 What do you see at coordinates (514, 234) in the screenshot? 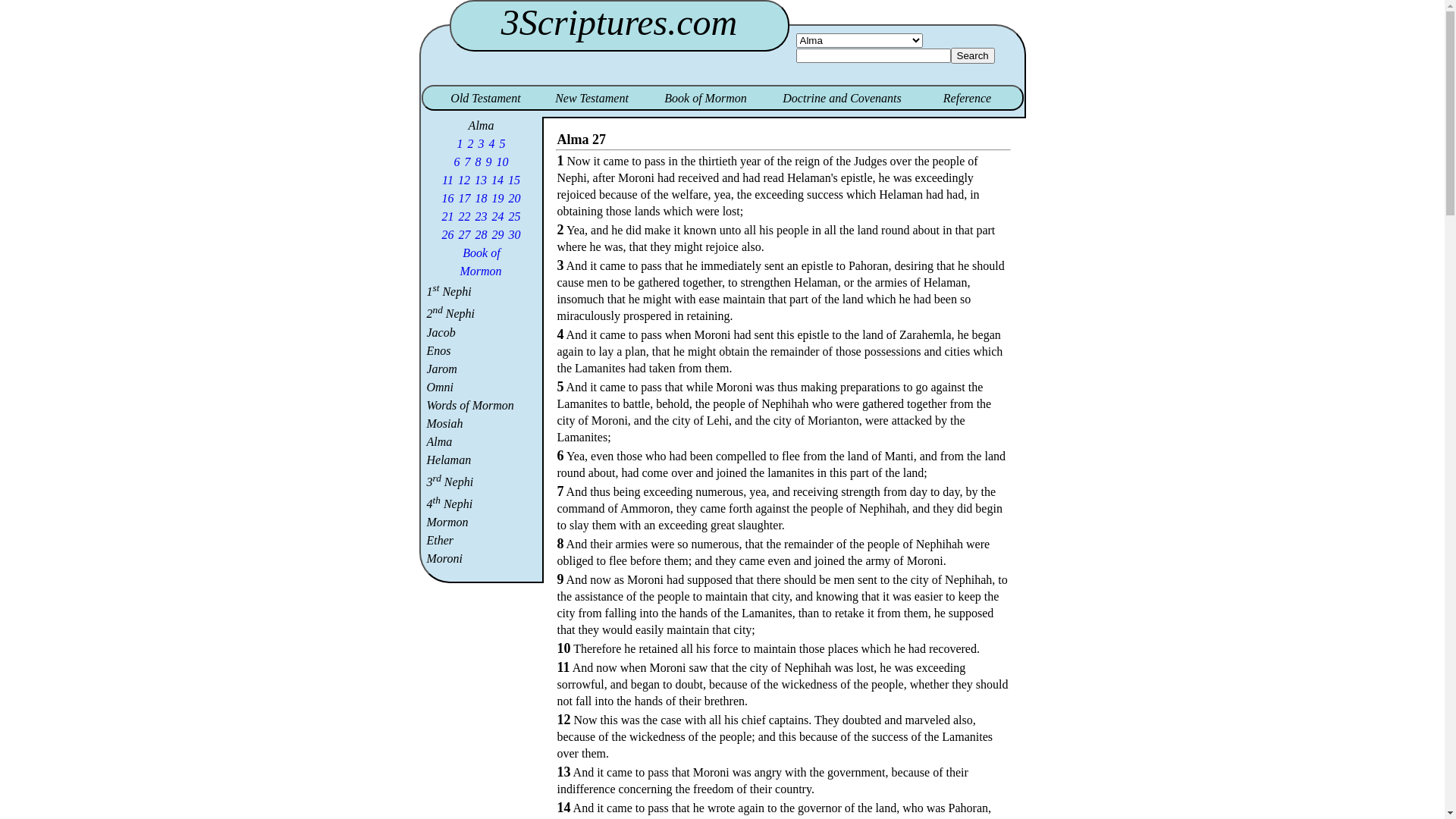
I see `'30'` at bounding box center [514, 234].